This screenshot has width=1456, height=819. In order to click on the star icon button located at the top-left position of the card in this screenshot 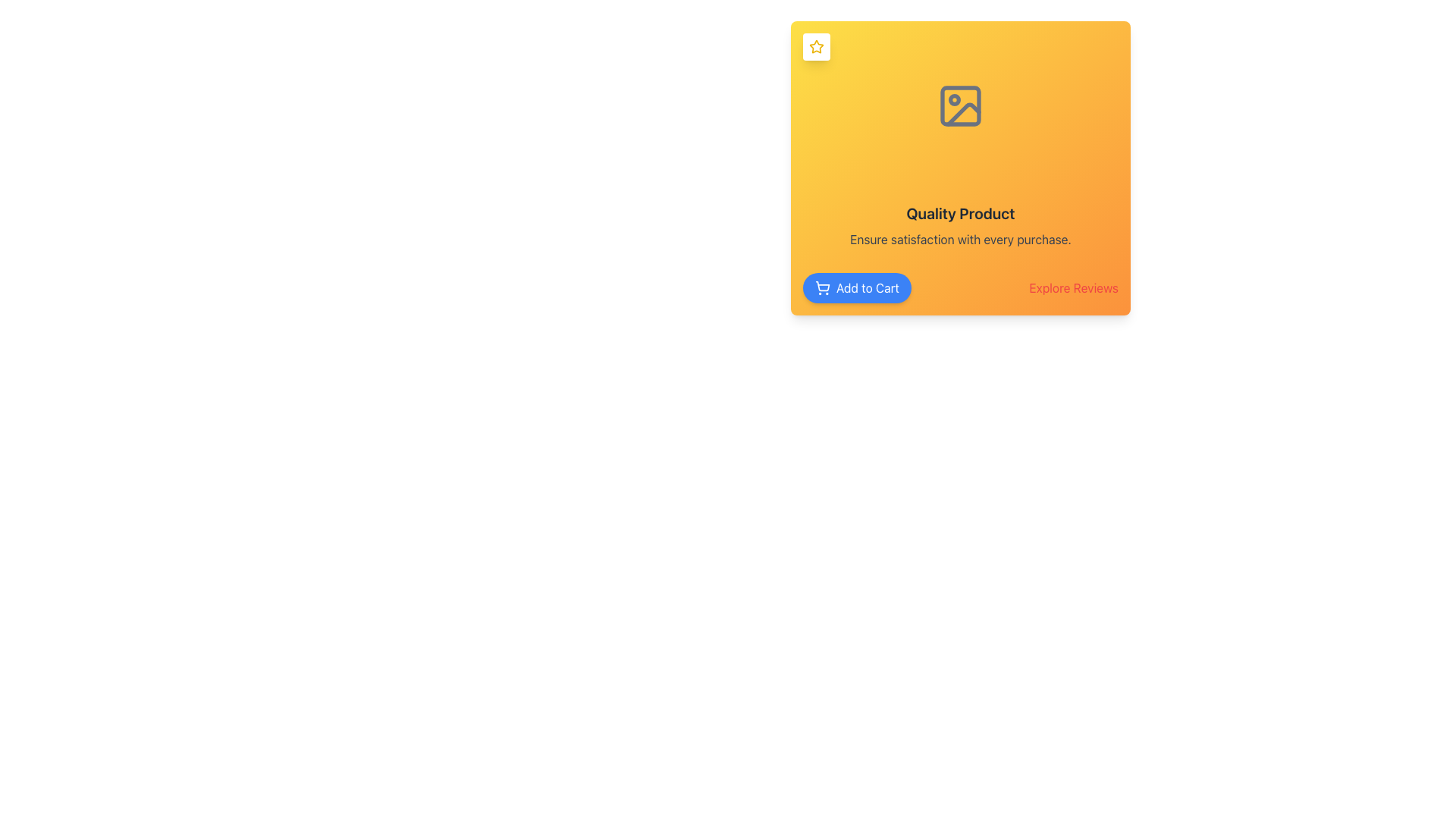, I will do `click(815, 45)`.